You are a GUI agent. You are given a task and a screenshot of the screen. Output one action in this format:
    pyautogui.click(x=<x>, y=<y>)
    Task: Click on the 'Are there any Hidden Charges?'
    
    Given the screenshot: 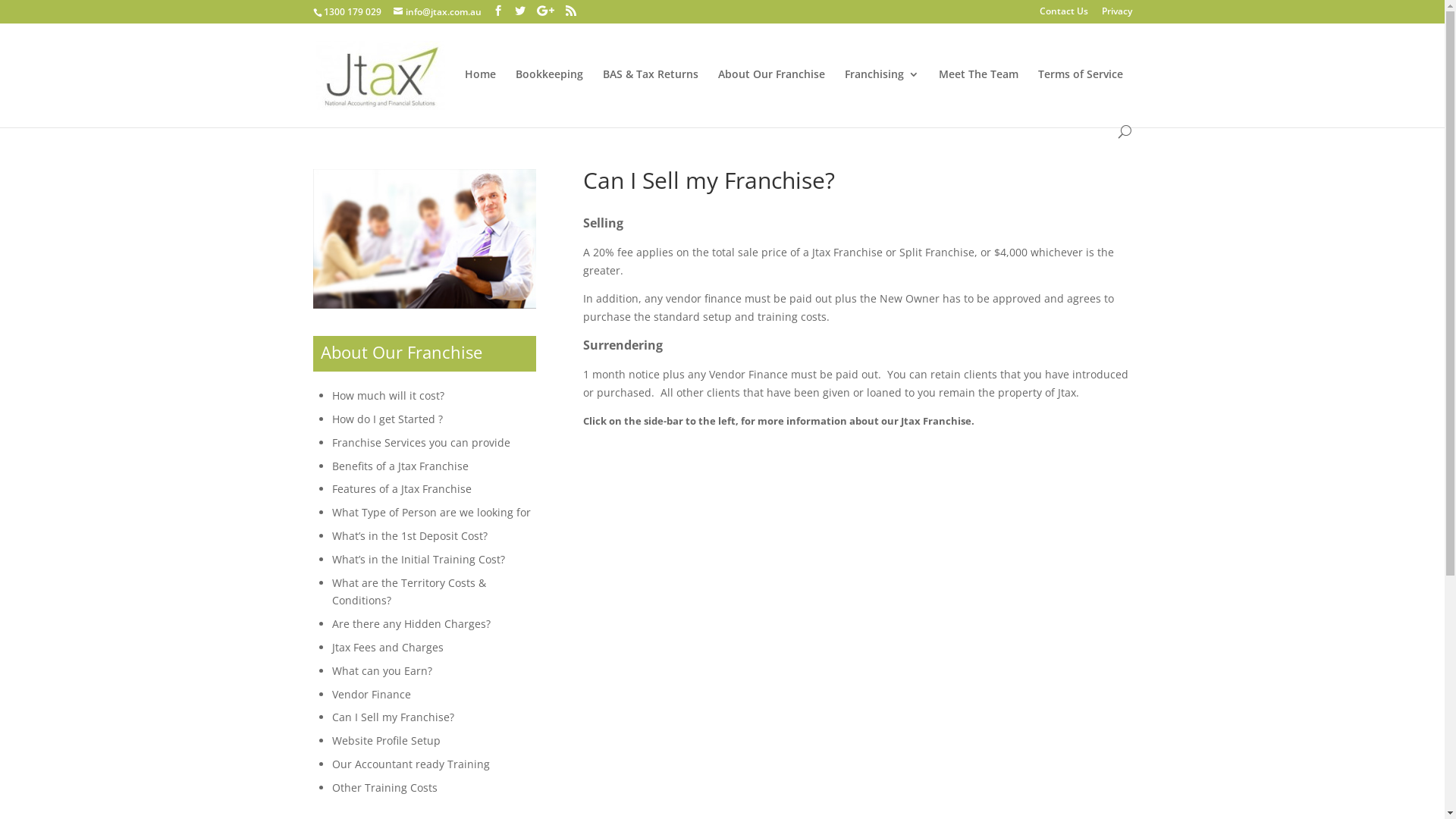 What is the action you would take?
    pyautogui.click(x=411, y=623)
    